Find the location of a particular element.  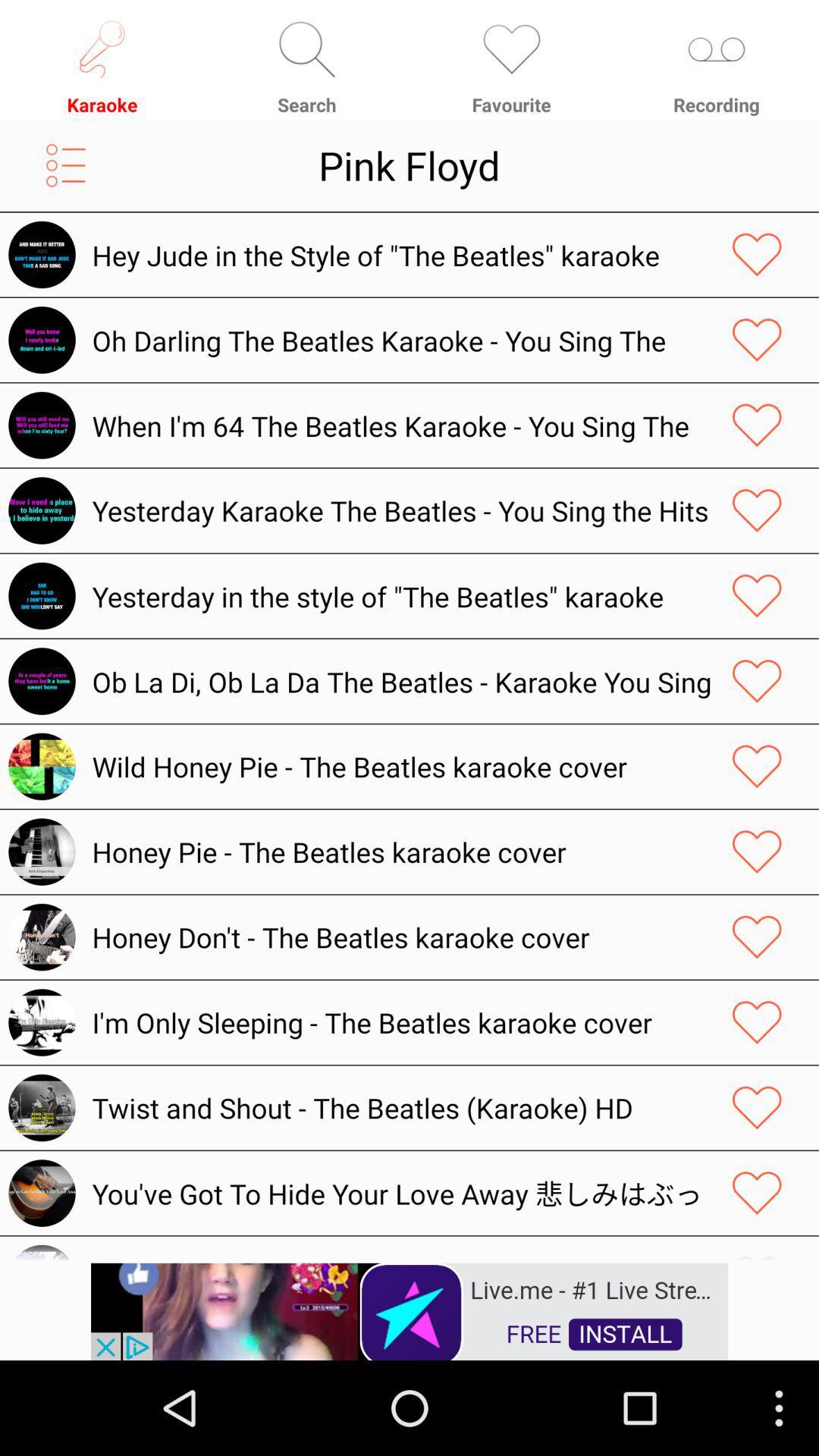

this song is located at coordinates (757, 595).